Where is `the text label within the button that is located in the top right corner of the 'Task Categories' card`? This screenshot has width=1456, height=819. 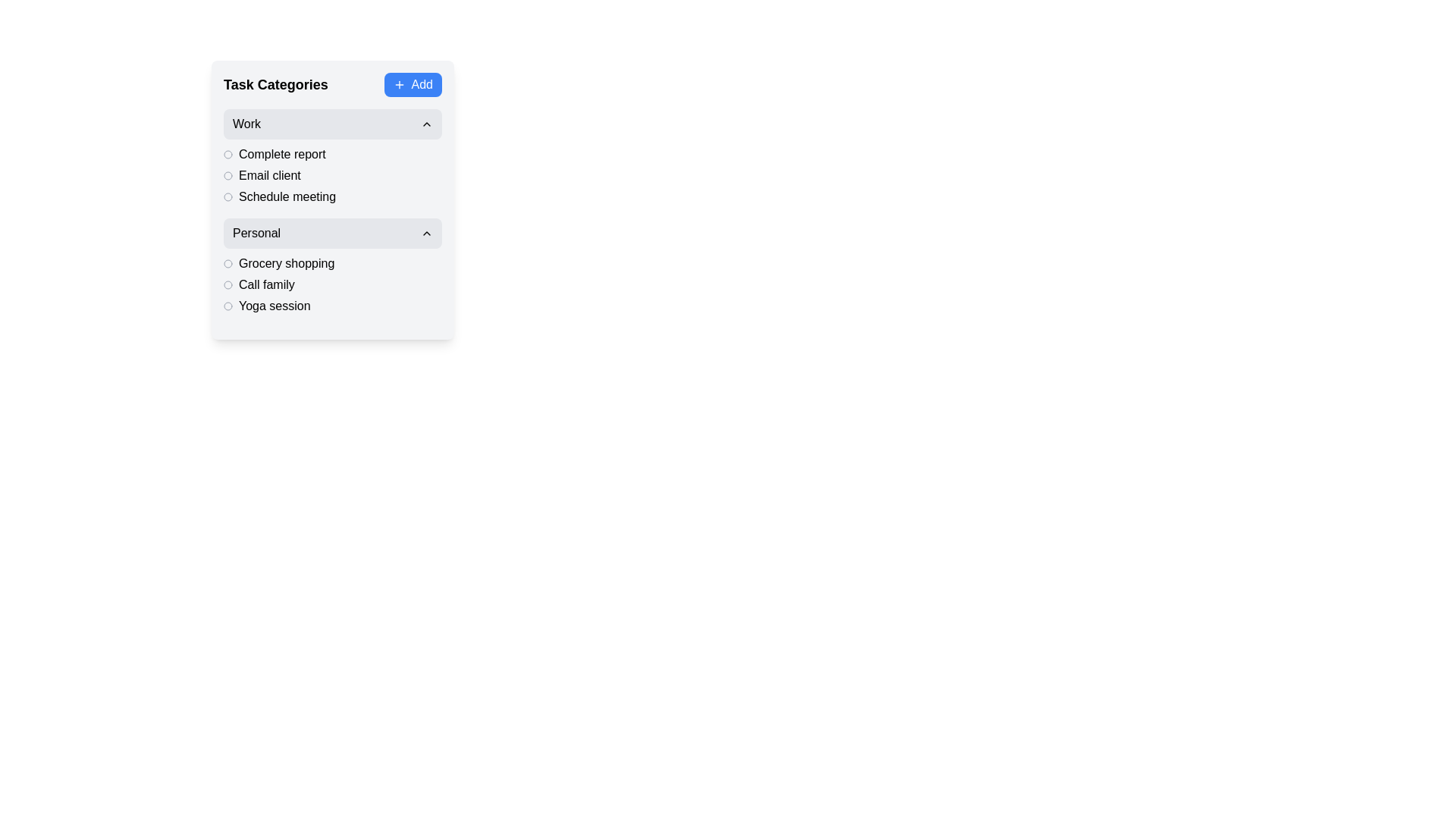
the text label within the button that is located in the top right corner of the 'Task Categories' card is located at coordinates (422, 84).